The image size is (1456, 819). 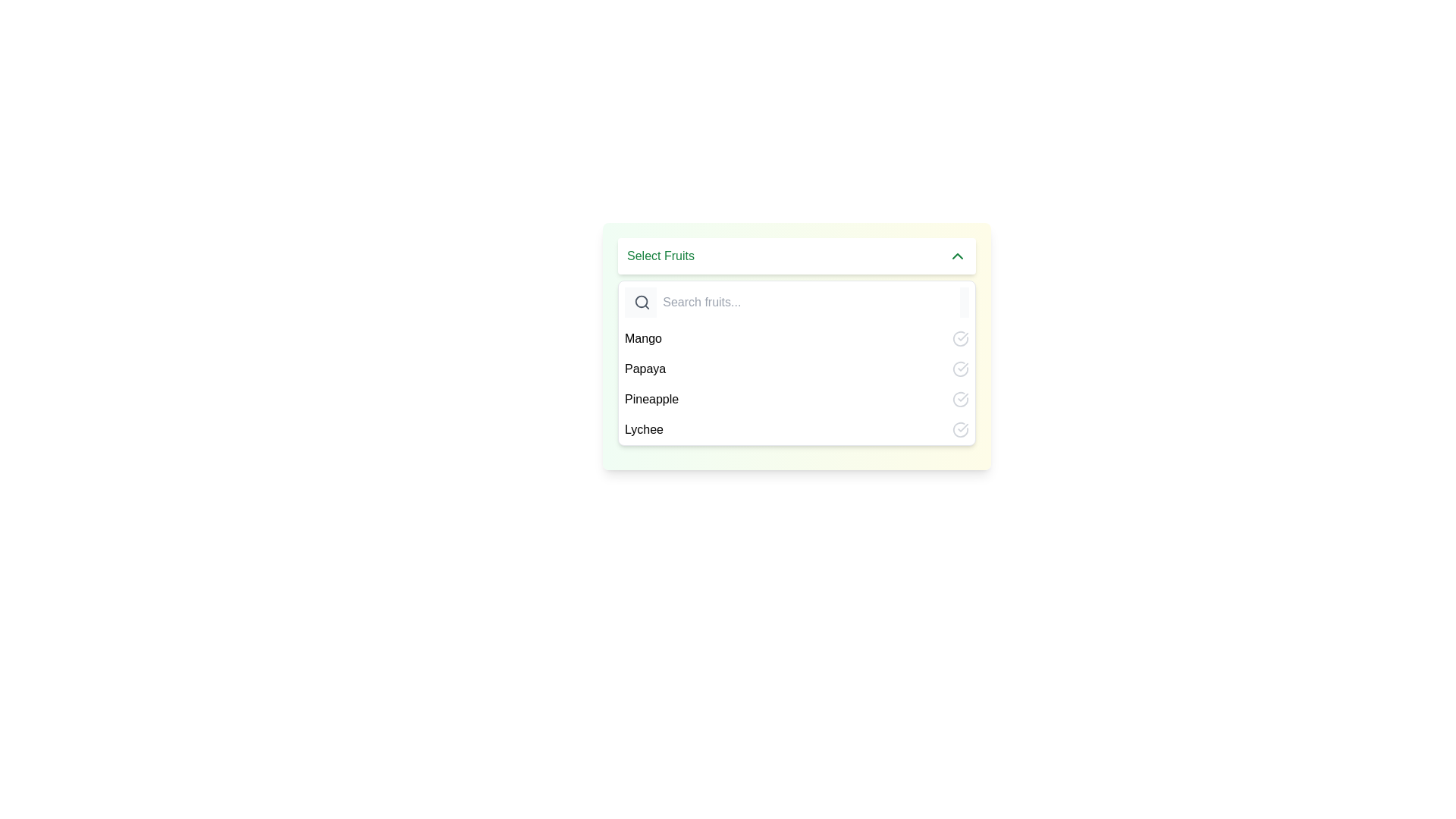 What do you see at coordinates (956, 256) in the screenshot?
I see `the green downward-facing chevron-shaped arrow icon located on the far right side of the 'Select Fruits' control` at bounding box center [956, 256].